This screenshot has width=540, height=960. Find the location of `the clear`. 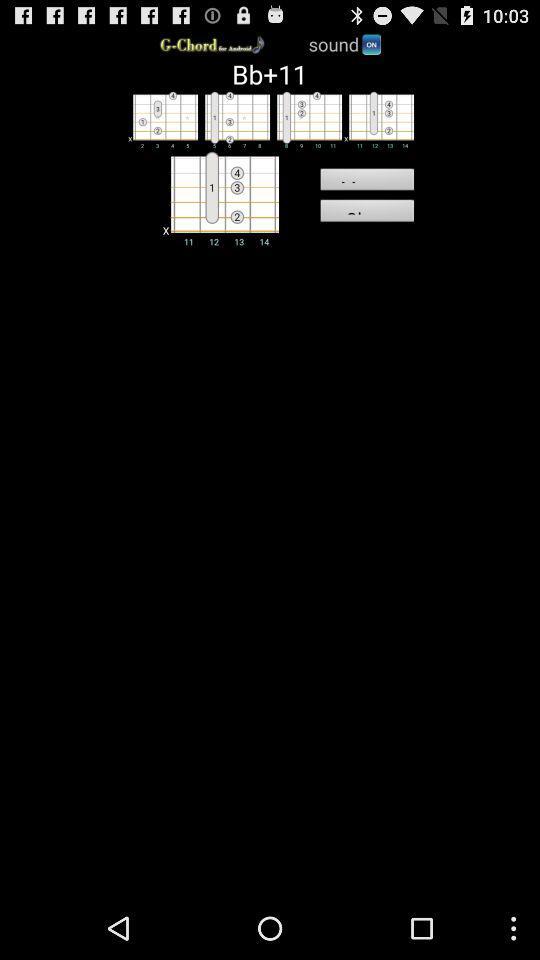

the clear is located at coordinates (366, 213).